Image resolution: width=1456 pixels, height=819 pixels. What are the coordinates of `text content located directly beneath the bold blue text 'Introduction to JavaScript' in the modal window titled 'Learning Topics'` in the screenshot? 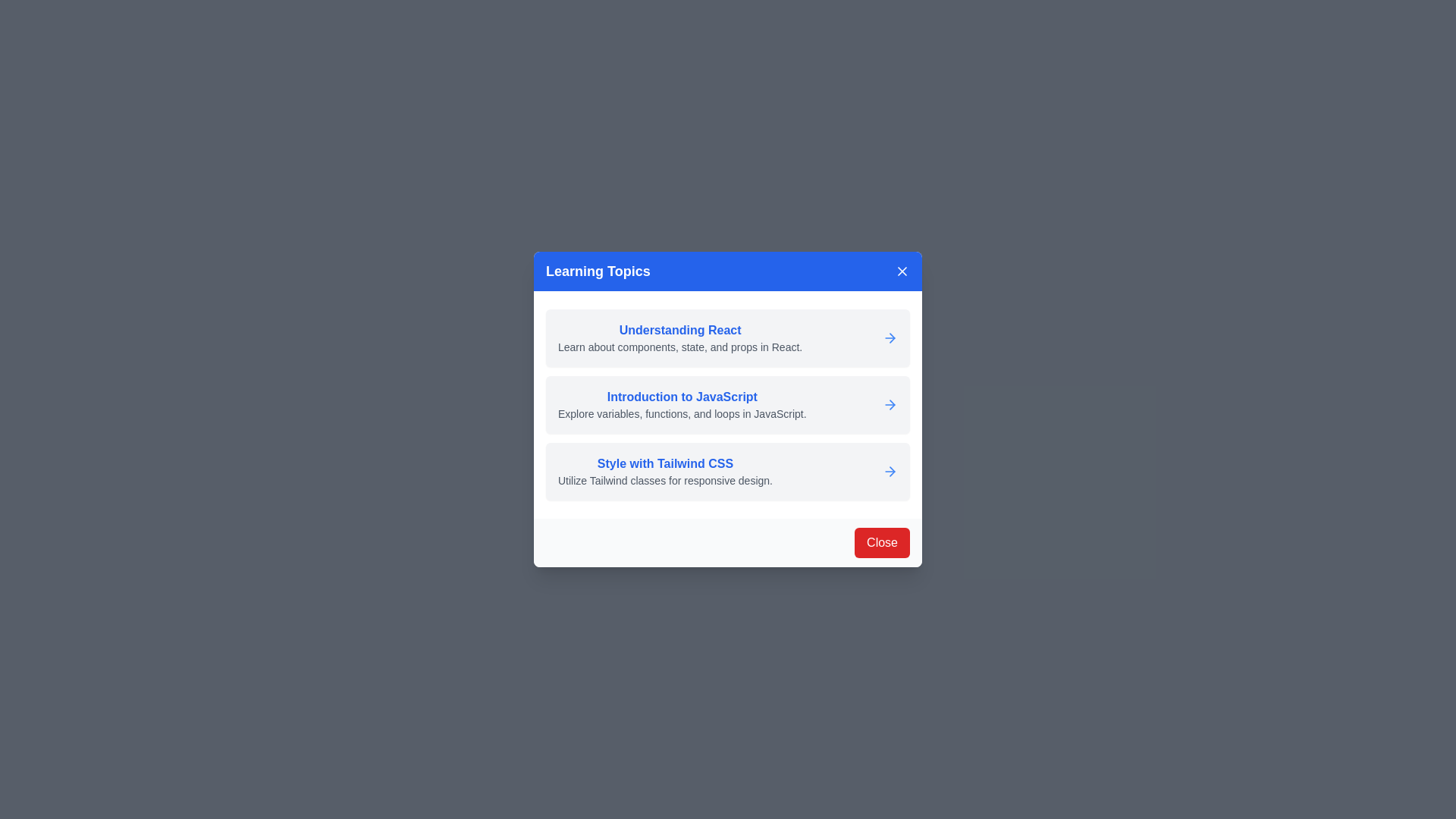 It's located at (681, 414).